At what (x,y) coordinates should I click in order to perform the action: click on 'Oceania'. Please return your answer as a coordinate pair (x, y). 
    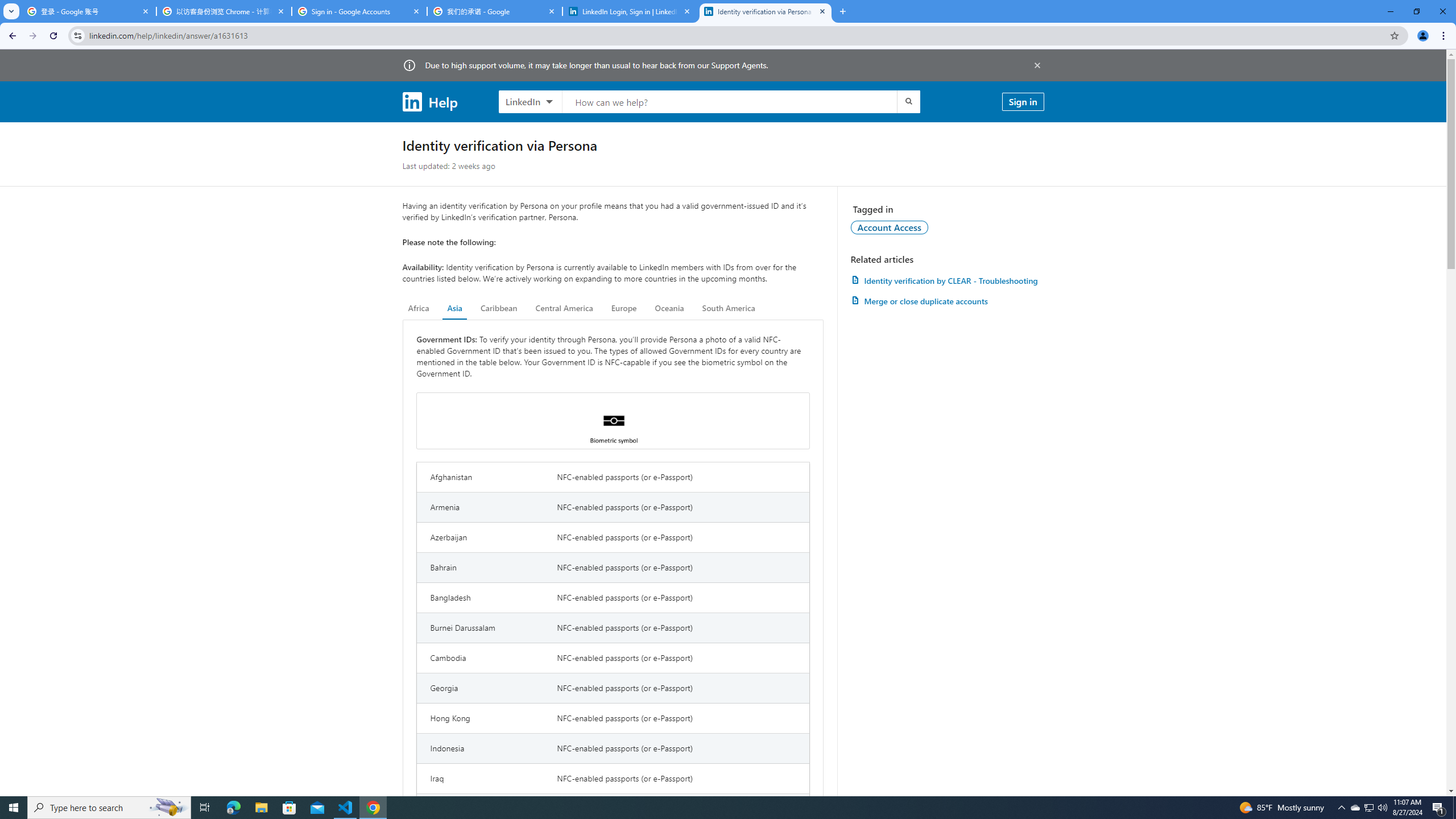
    Looking at the image, I should click on (668, 308).